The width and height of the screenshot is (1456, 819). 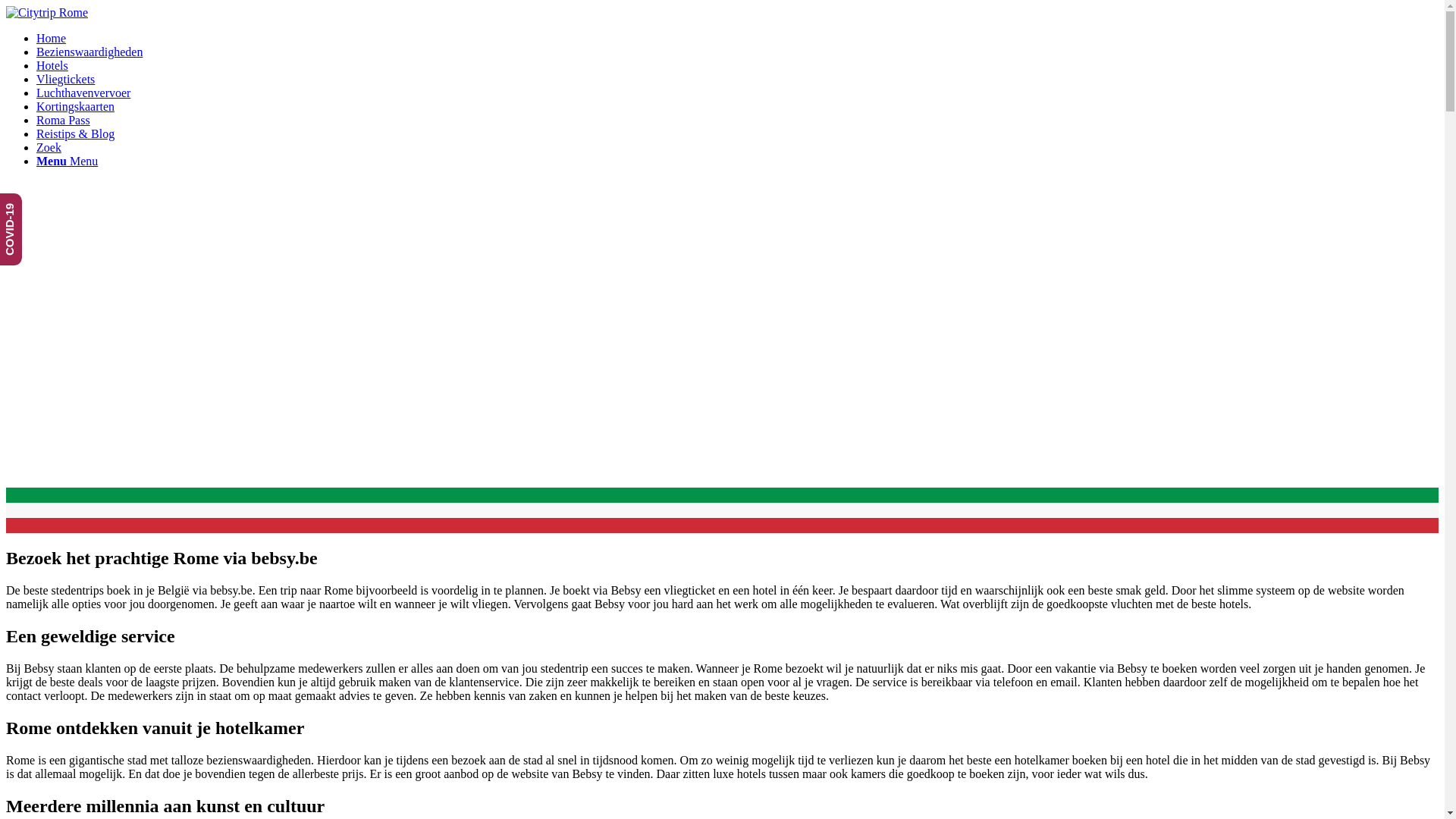 I want to click on 'Reistips & Blog', so click(x=74, y=133).